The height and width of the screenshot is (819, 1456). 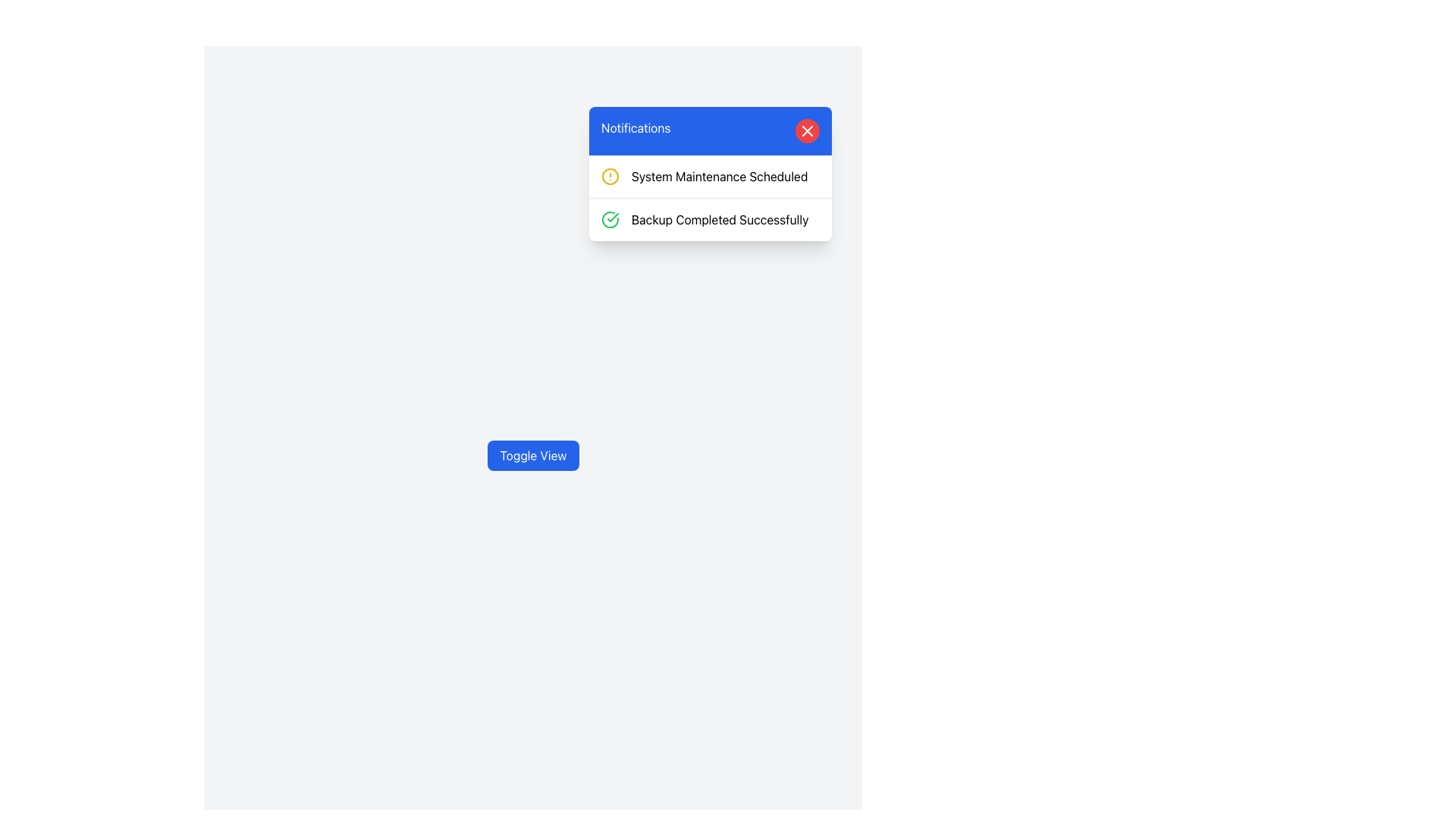 I want to click on displayed message 'Backup Completed Successfully' from the second notification item in the notification card located near the top right of the interface, so click(x=719, y=219).